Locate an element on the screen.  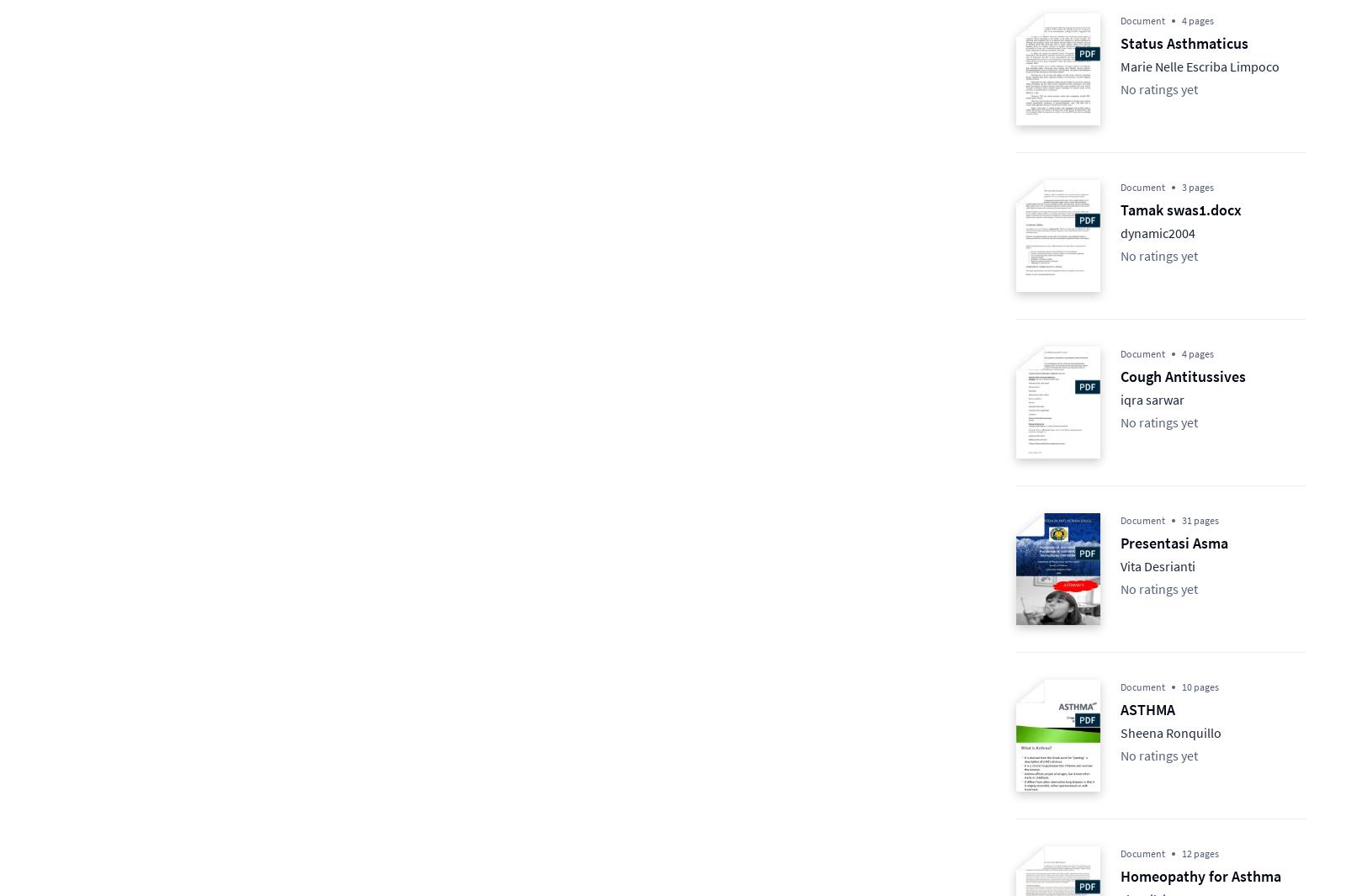
'Marie Nelle Escriba Limpoco' is located at coordinates (1200, 66).